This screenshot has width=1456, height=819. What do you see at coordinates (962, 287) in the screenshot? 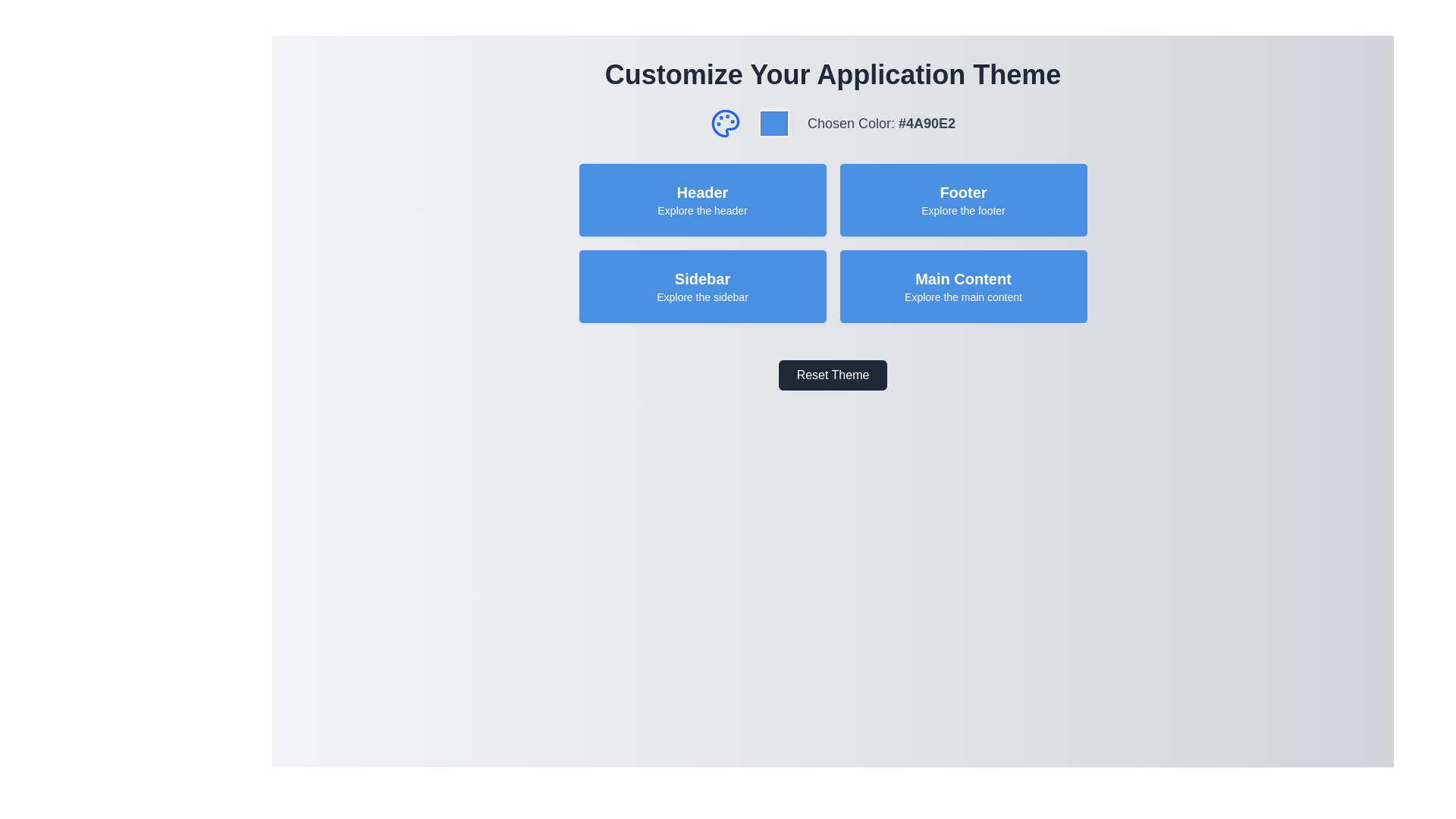
I see `the informational button located in the lower-right quadrant of the grid layout` at bounding box center [962, 287].